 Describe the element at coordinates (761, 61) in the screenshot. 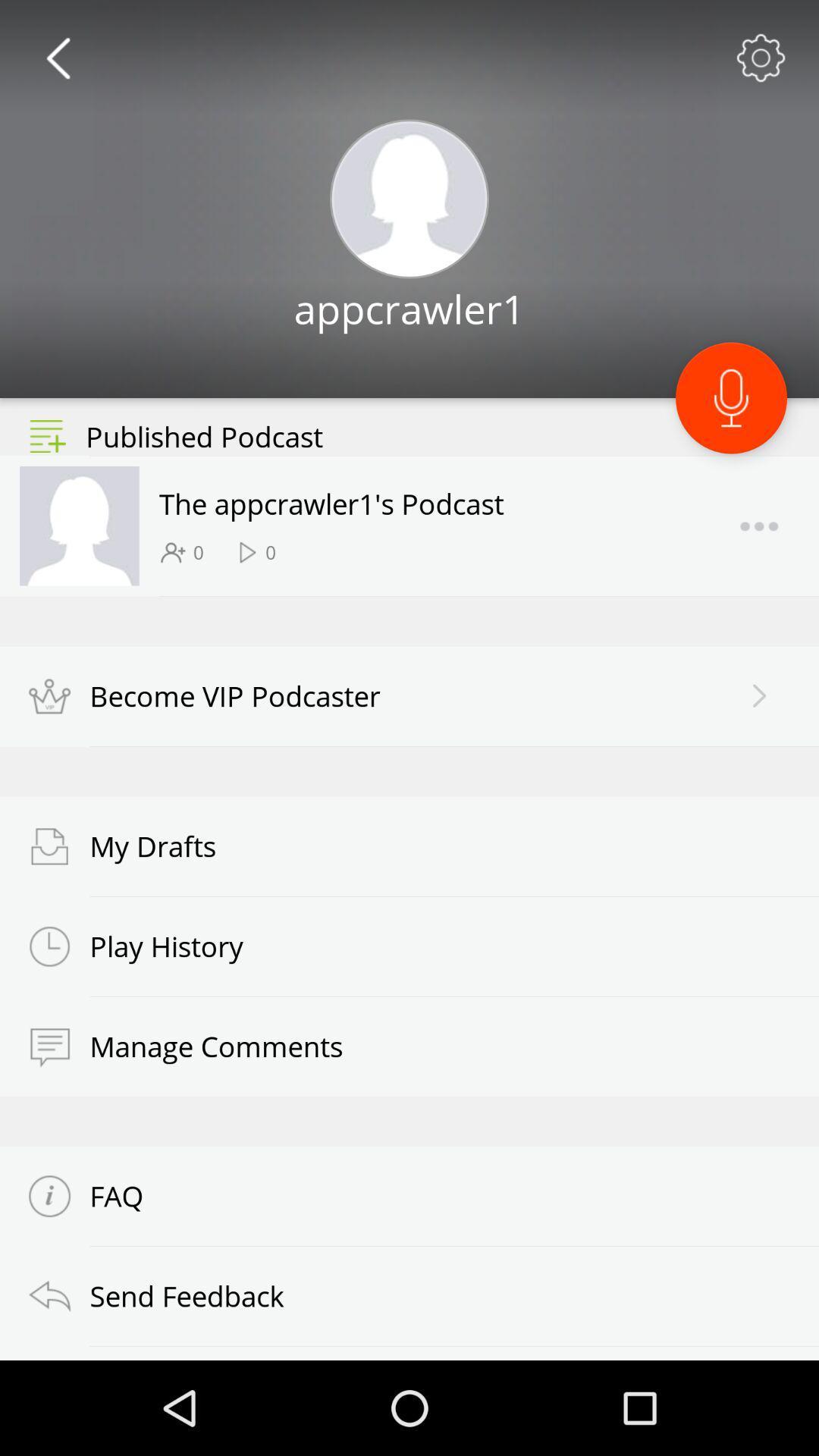

I see `the settings icon` at that location.